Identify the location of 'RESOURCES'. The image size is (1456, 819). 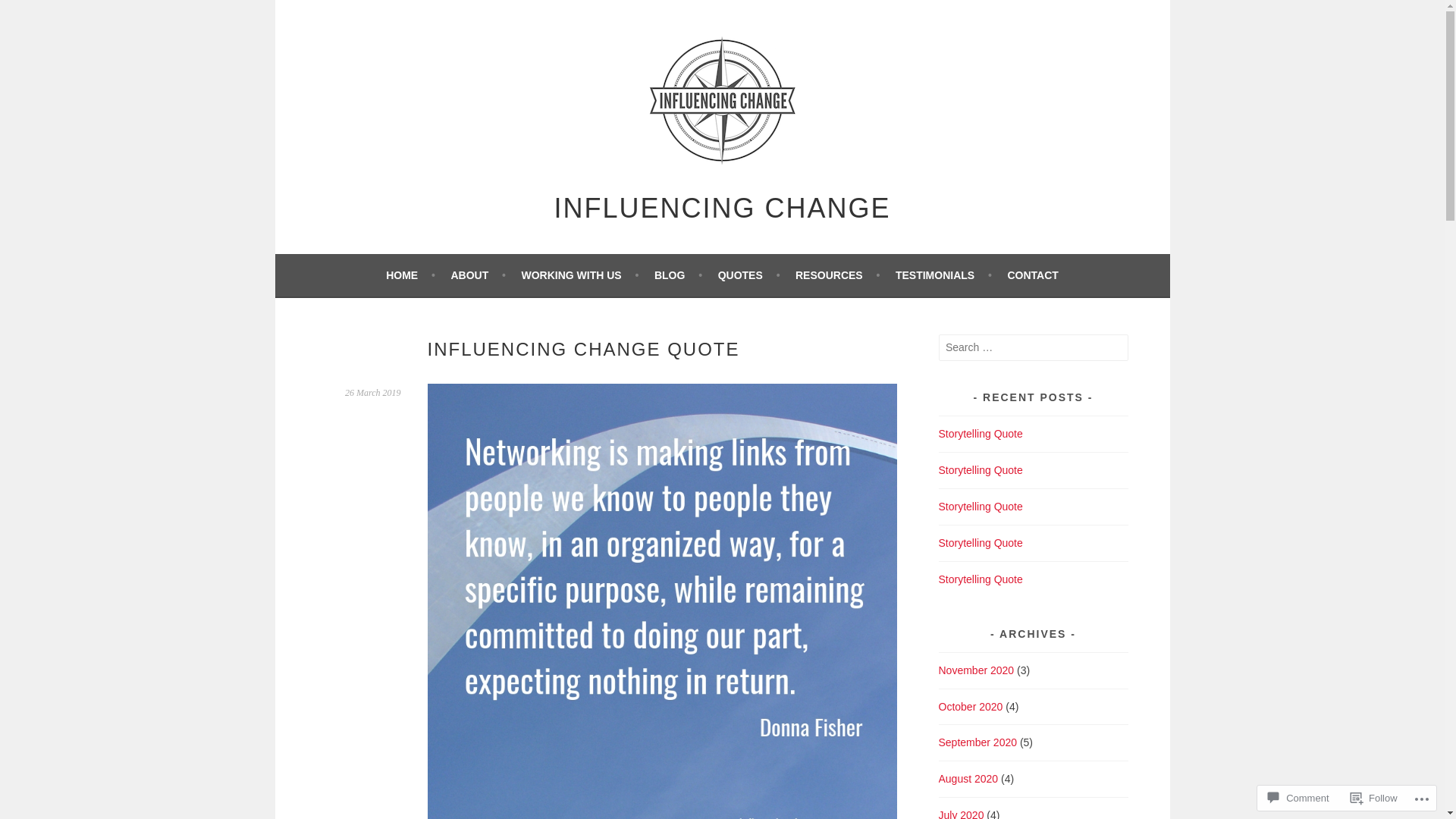
(836, 275).